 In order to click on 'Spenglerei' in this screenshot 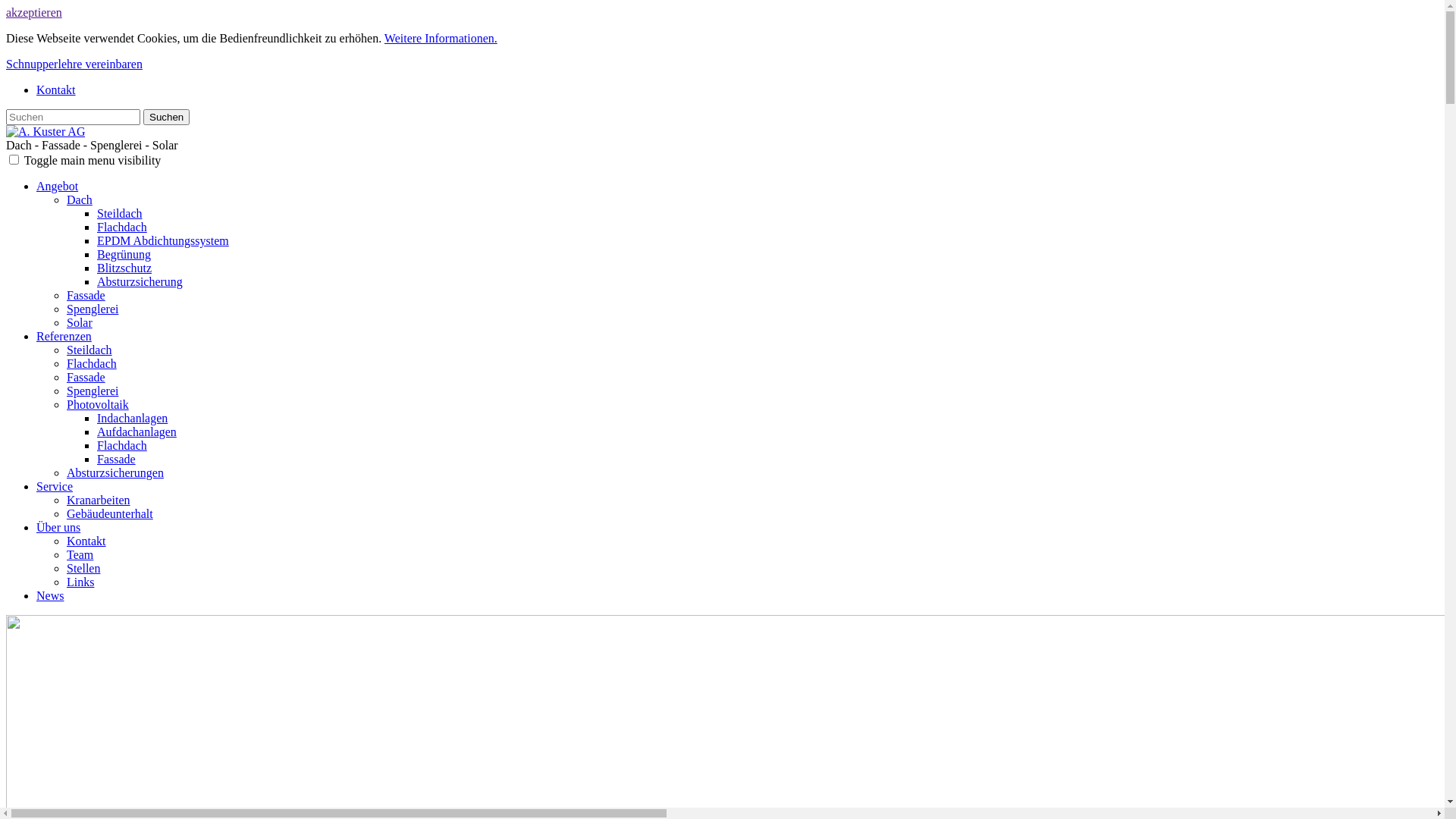, I will do `click(91, 390)`.